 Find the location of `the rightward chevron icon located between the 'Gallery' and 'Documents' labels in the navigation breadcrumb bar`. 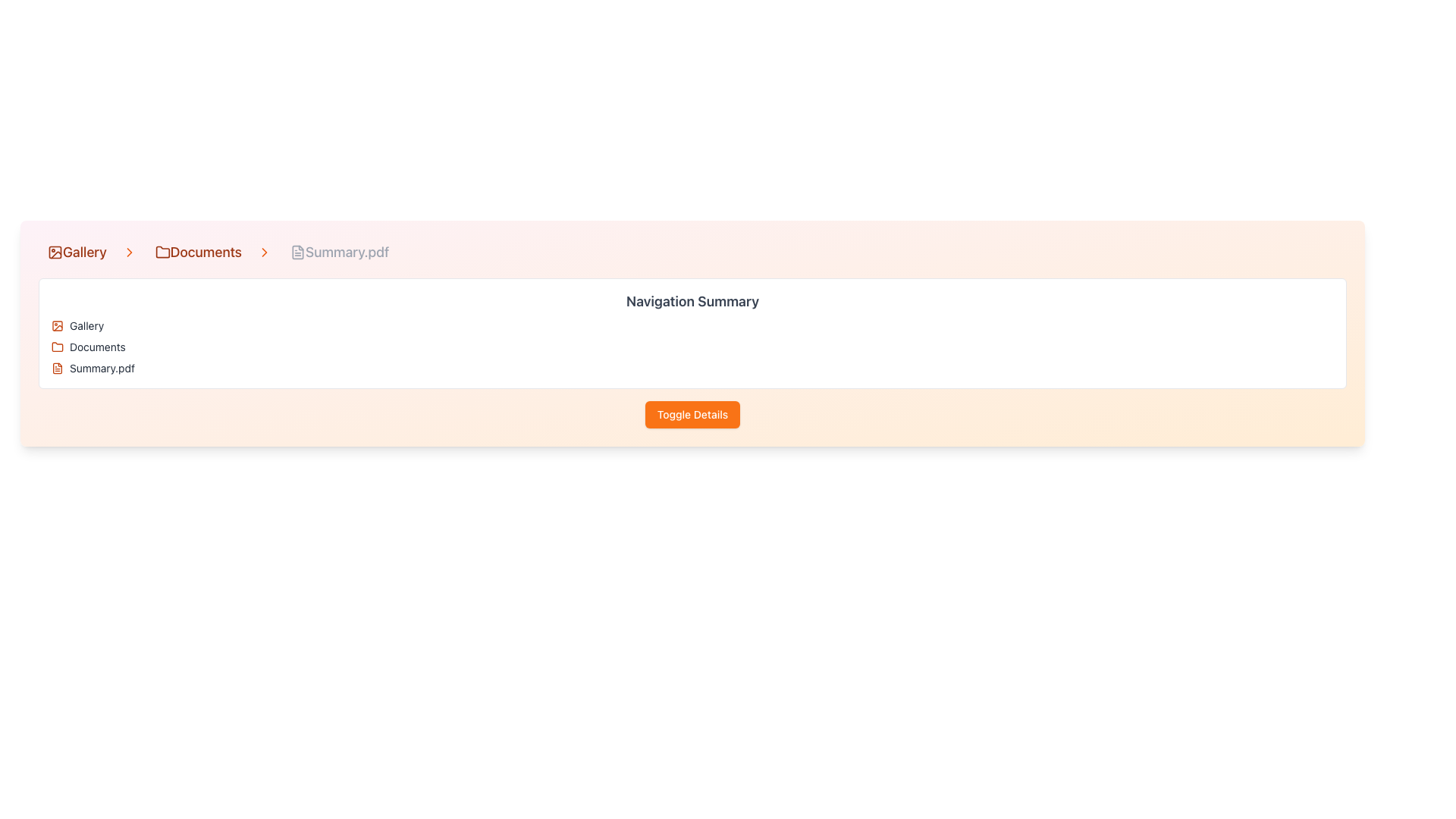

the rightward chevron icon located between the 'Gallery' and 'Documents' labels in the navigation breadcrumb bar is located at coordinates (129, 251).